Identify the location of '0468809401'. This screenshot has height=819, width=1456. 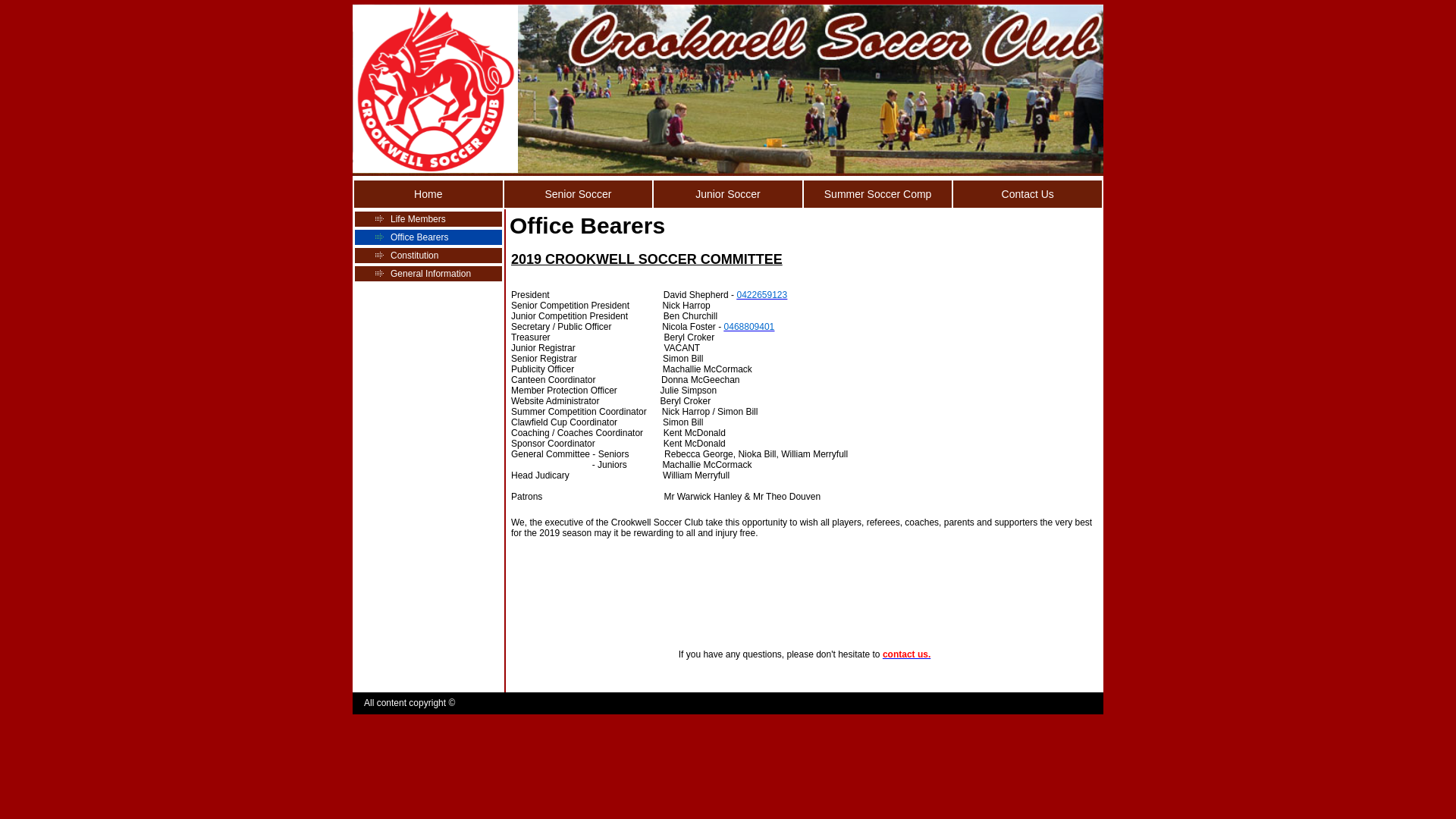
(749, 326).